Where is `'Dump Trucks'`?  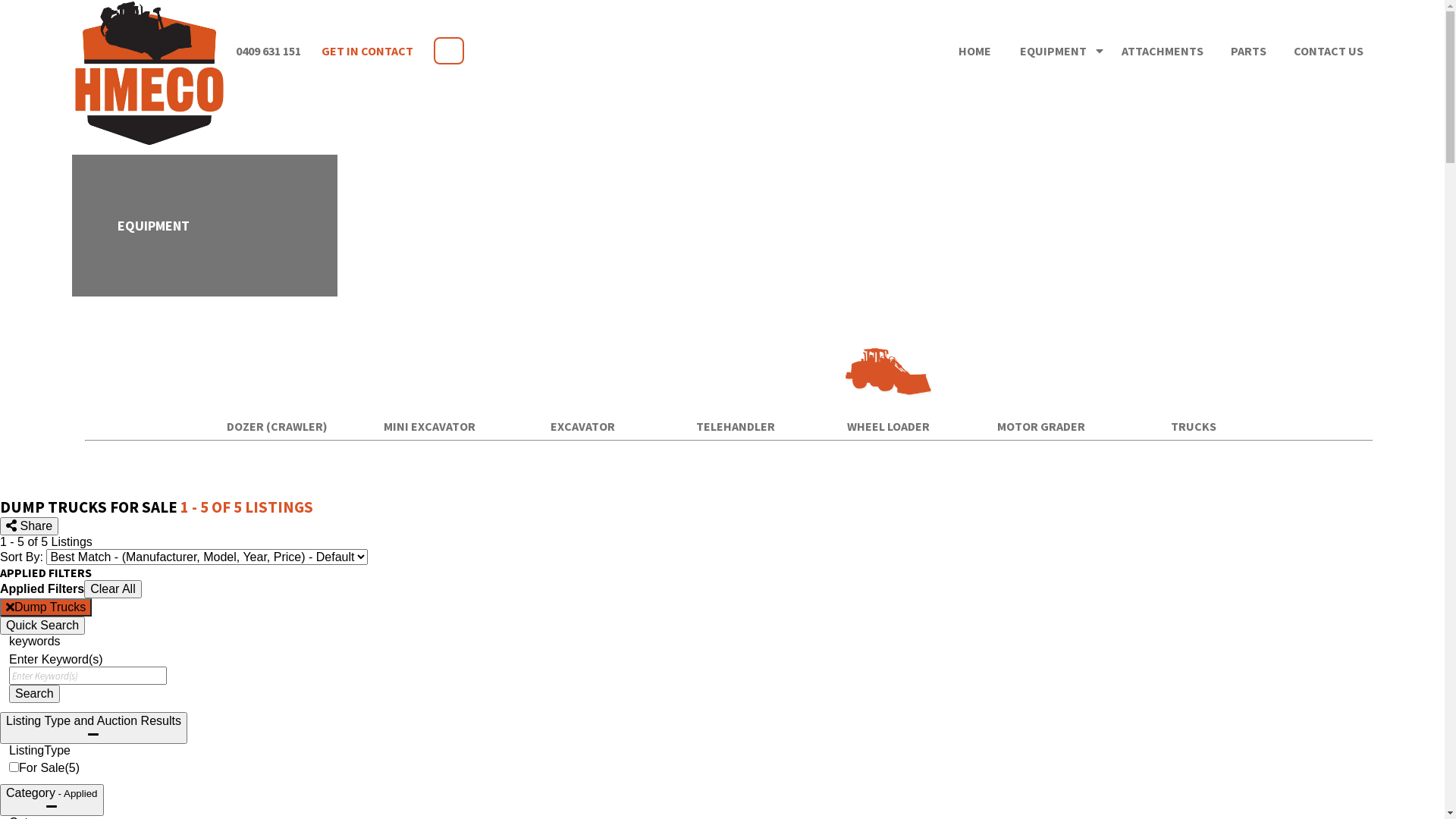 'Dump Trucks' is located at coordinates (45, 607).